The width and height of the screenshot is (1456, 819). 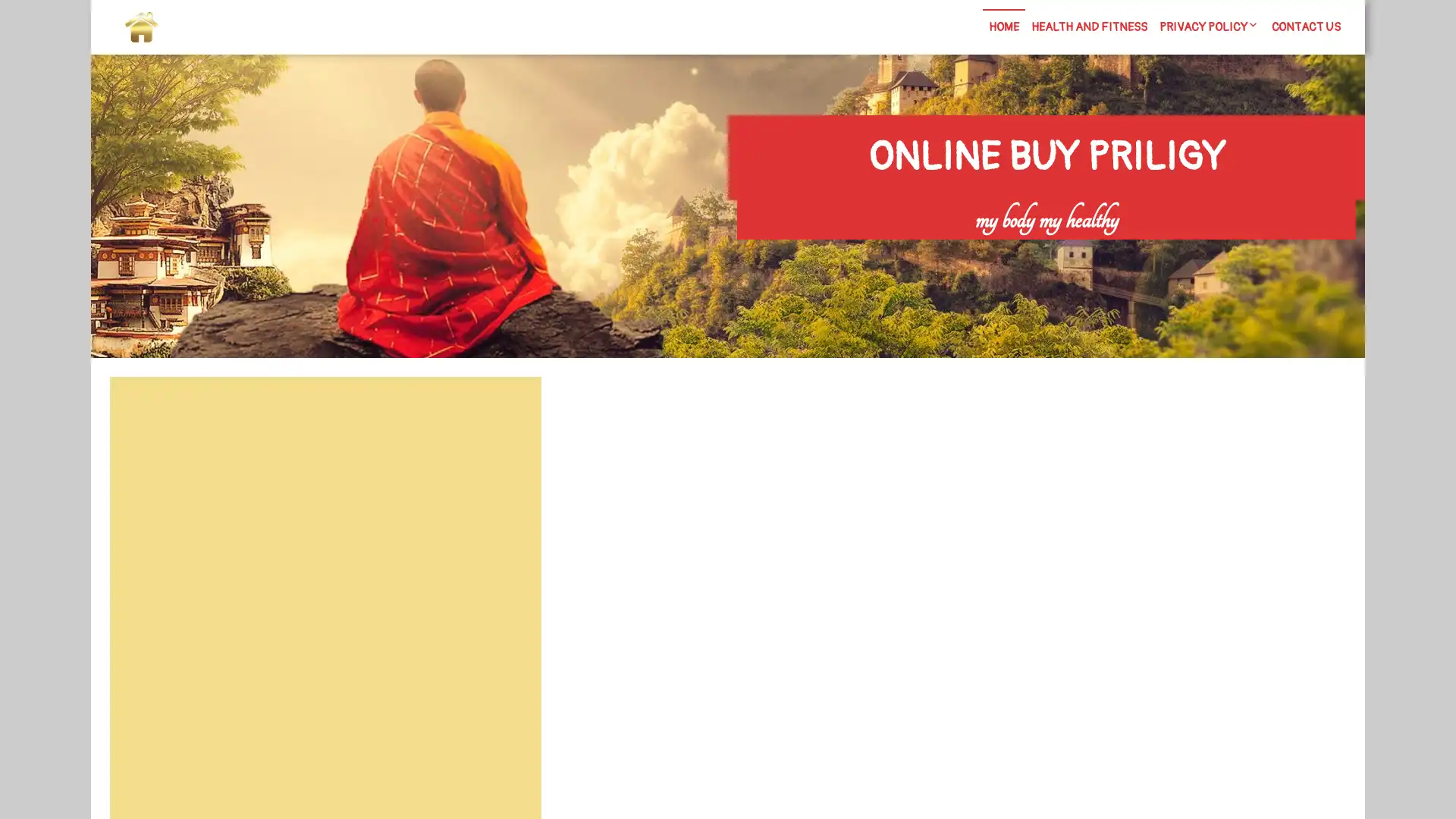 I want to click on Search, so click(x=506, y=413).